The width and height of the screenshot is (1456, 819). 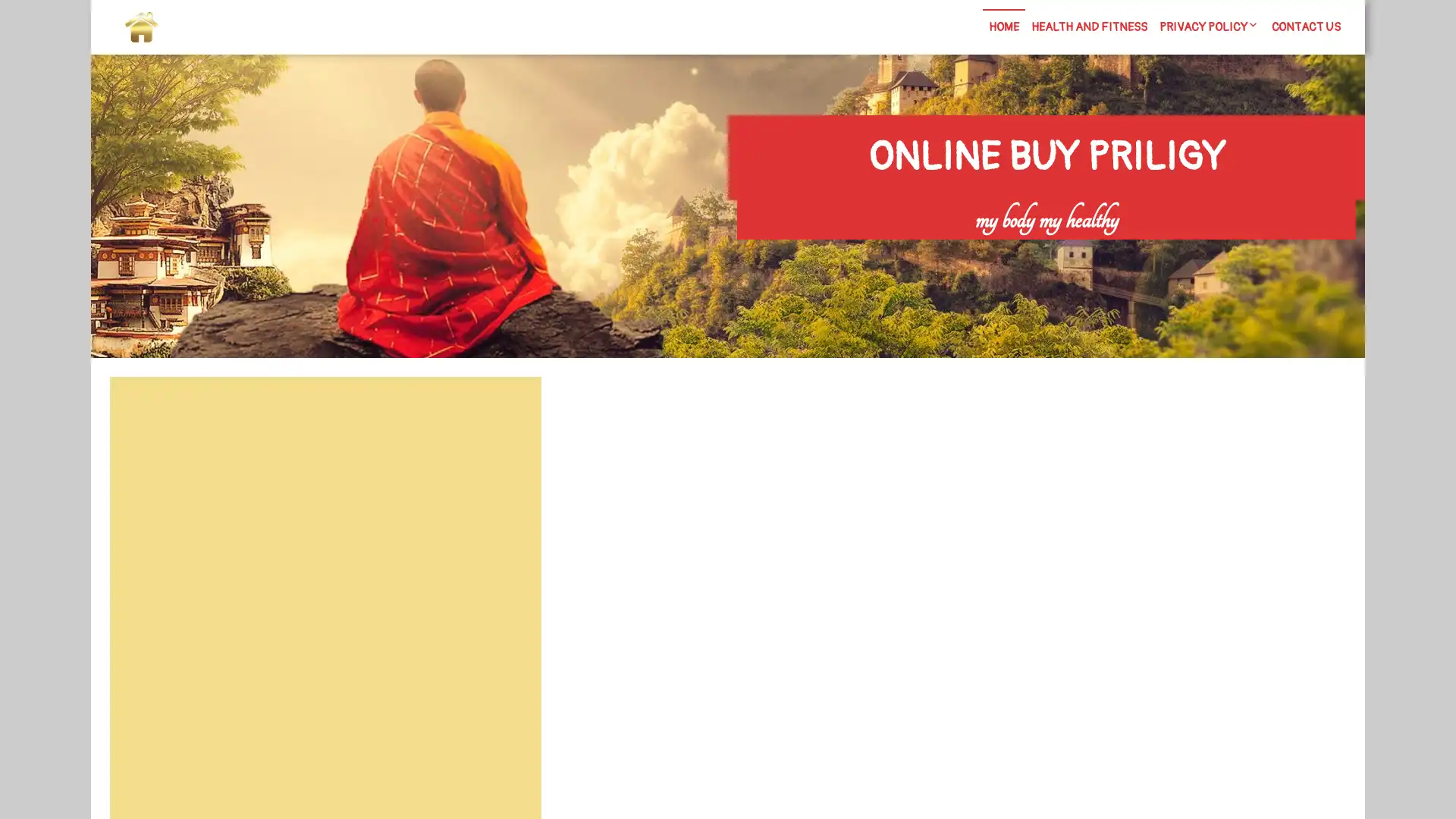 I want to click on Search, so click(x=506, y=413).